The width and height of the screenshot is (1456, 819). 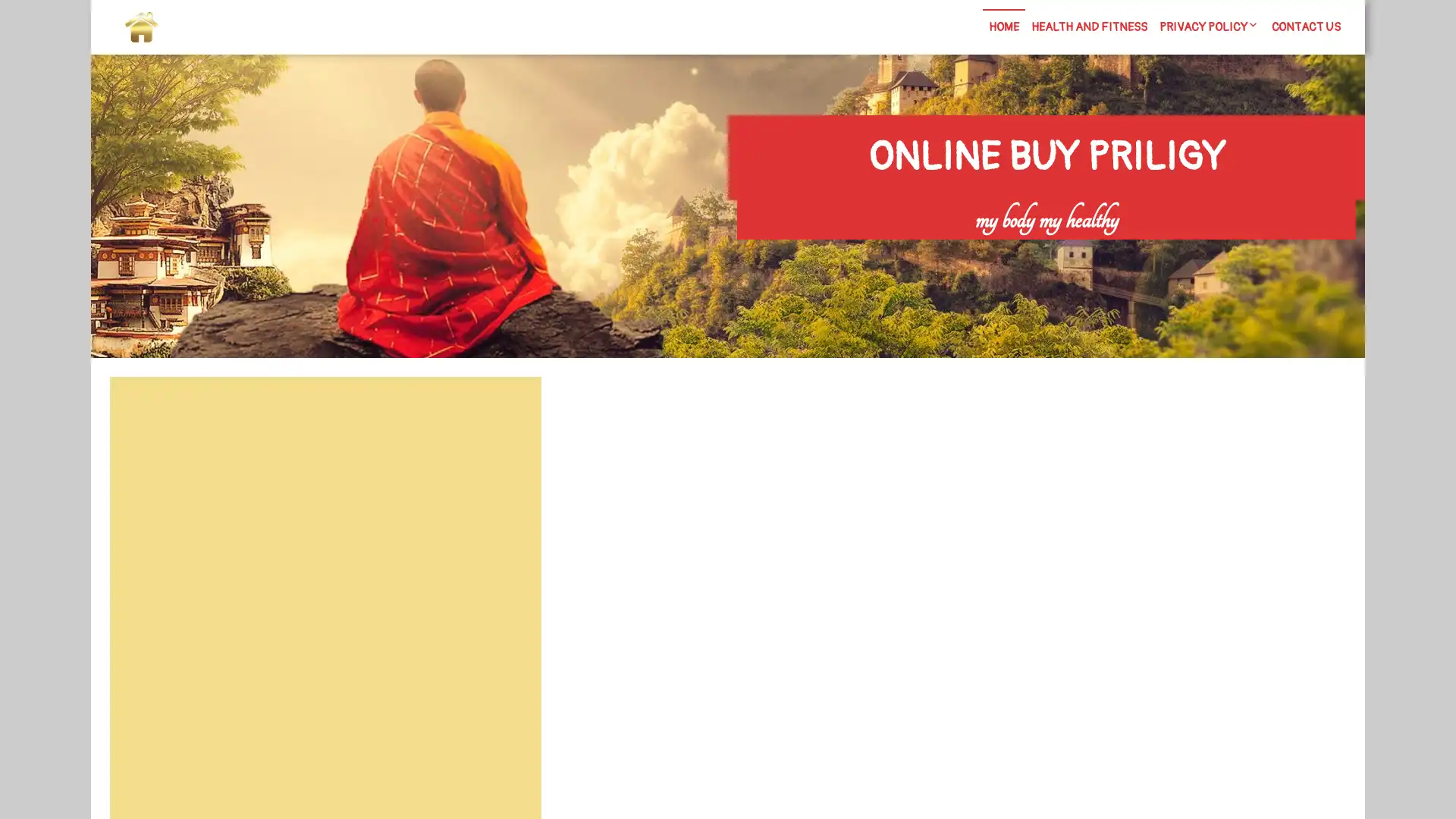 I want to click on Search, so click(x=506, y=413).